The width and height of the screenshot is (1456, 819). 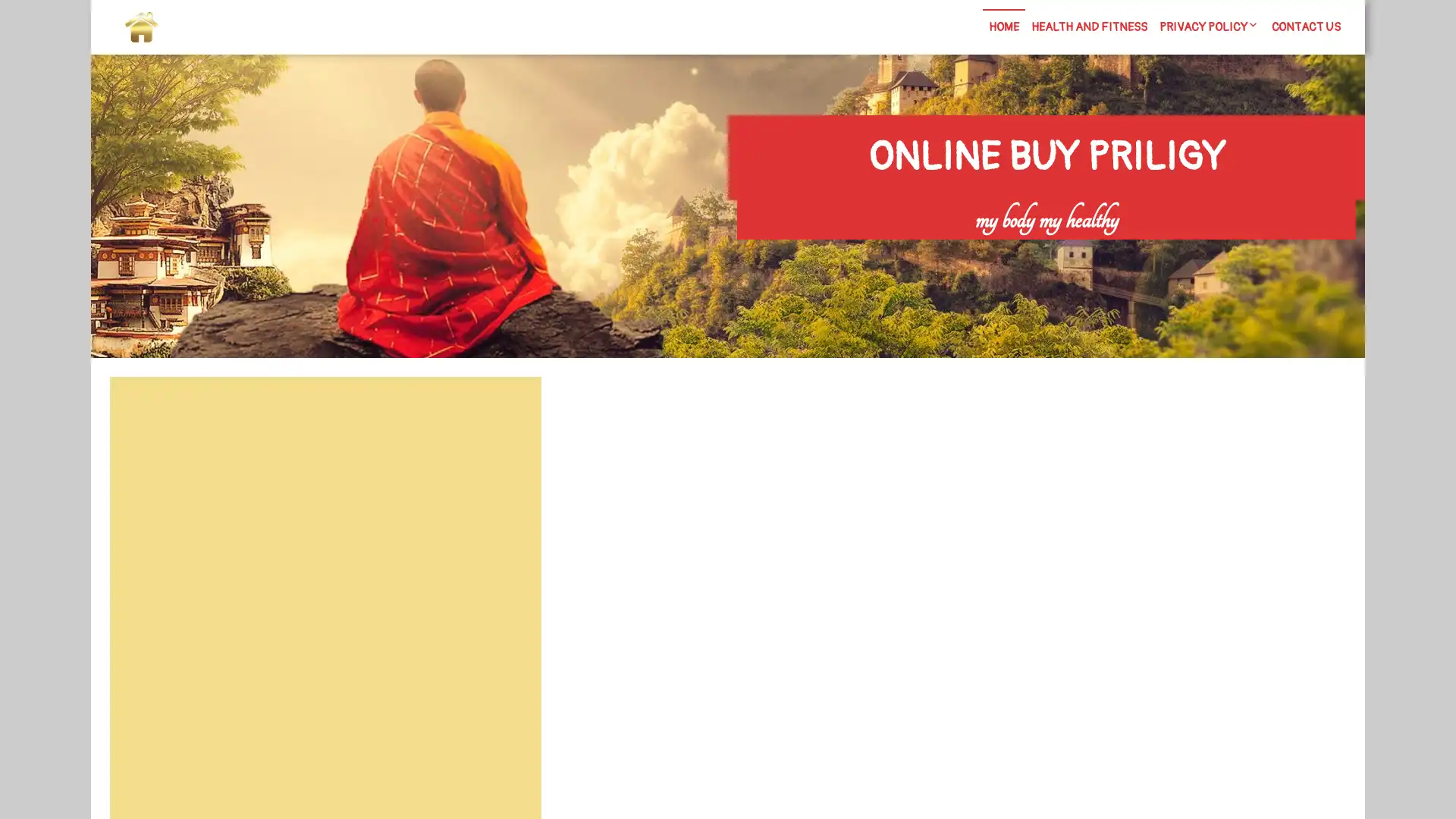 I want to click on Search, so click(x=506, y=413).